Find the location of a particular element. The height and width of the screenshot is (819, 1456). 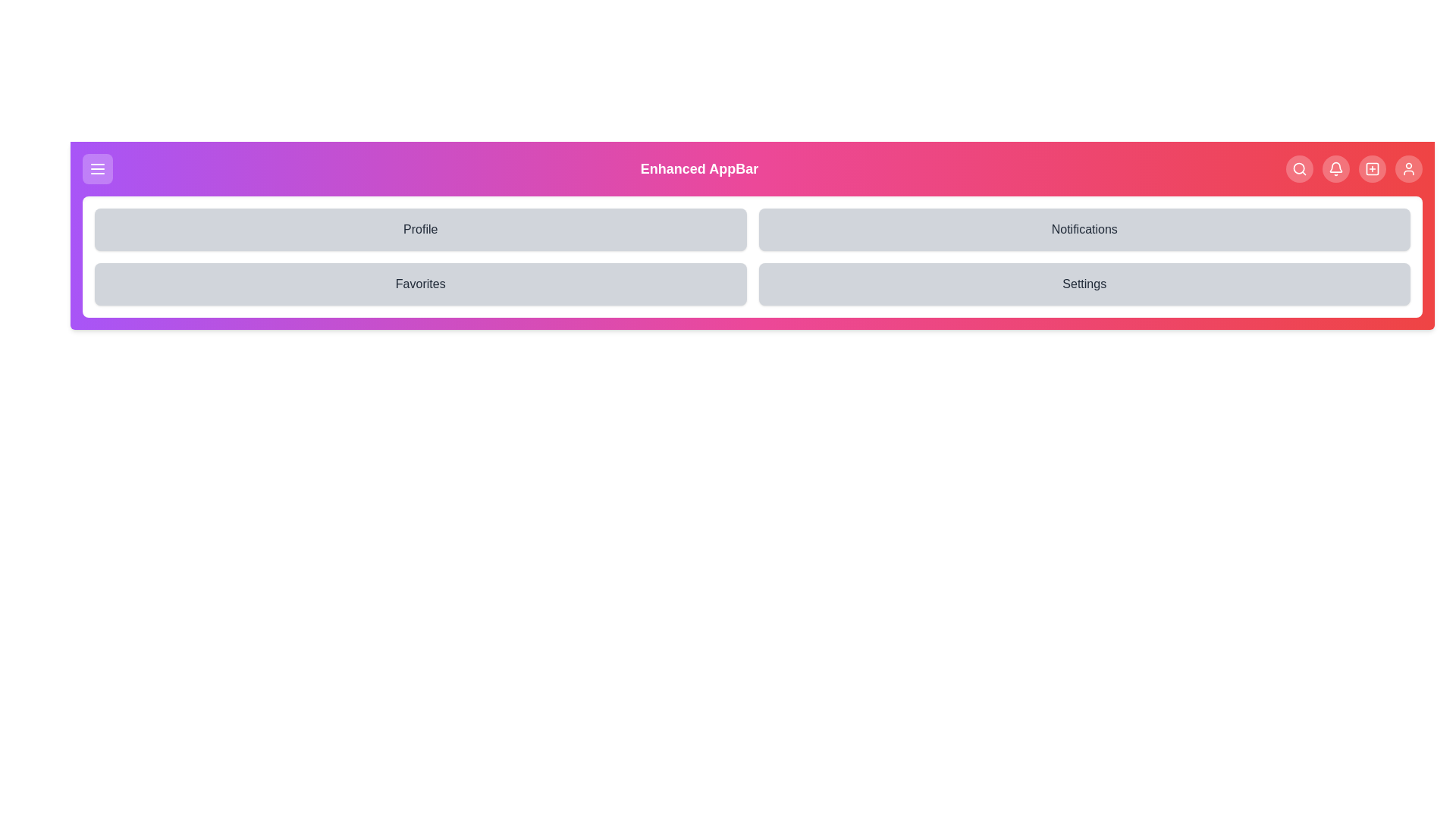

the menu option Favorites is located at coordinates (420, 284).